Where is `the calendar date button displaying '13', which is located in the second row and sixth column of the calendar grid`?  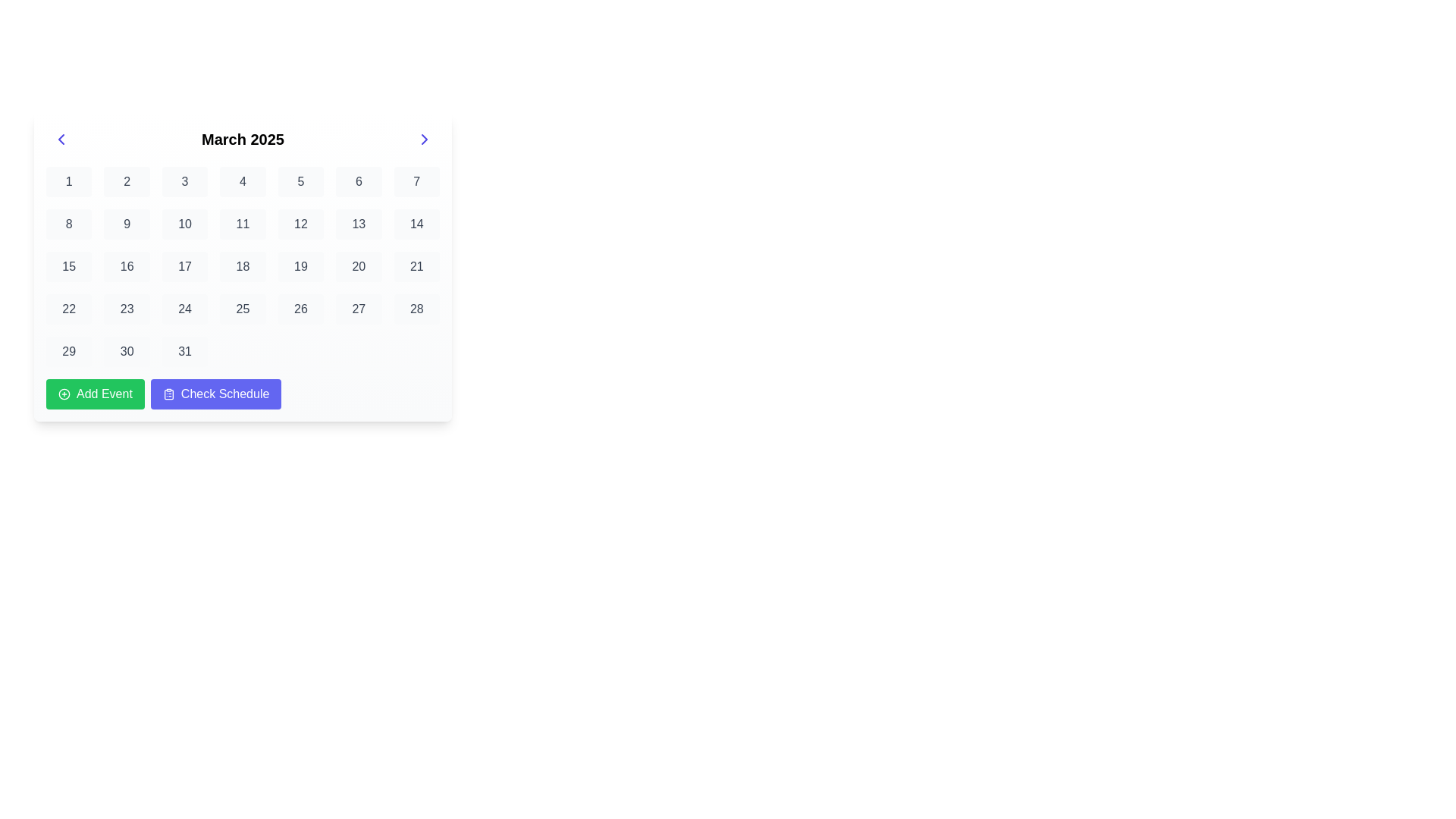 the calendar date button displaying '13', which is located in the second row and sixth column of the calendar grid is located at coordinates (358, 224).